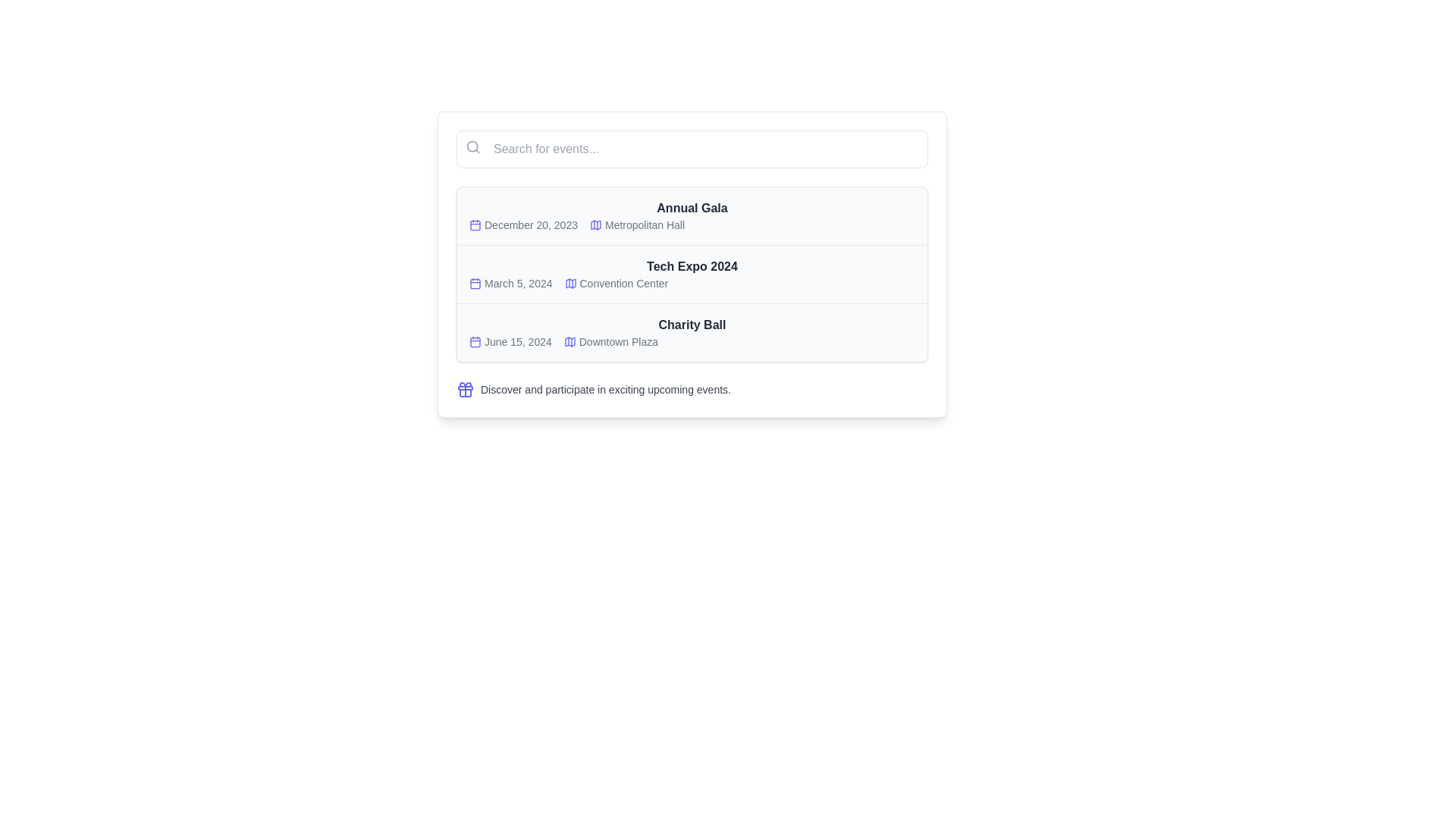 The width and height of the screenshot is (1456, 819). Describe the element at coordinates (623, 284) in the screenshot. I see `text displayed in the label styled with a dark gray font that says 'Convention Center', located on the second row of the events list, to the right of the calendar and map marker icons` at that location.